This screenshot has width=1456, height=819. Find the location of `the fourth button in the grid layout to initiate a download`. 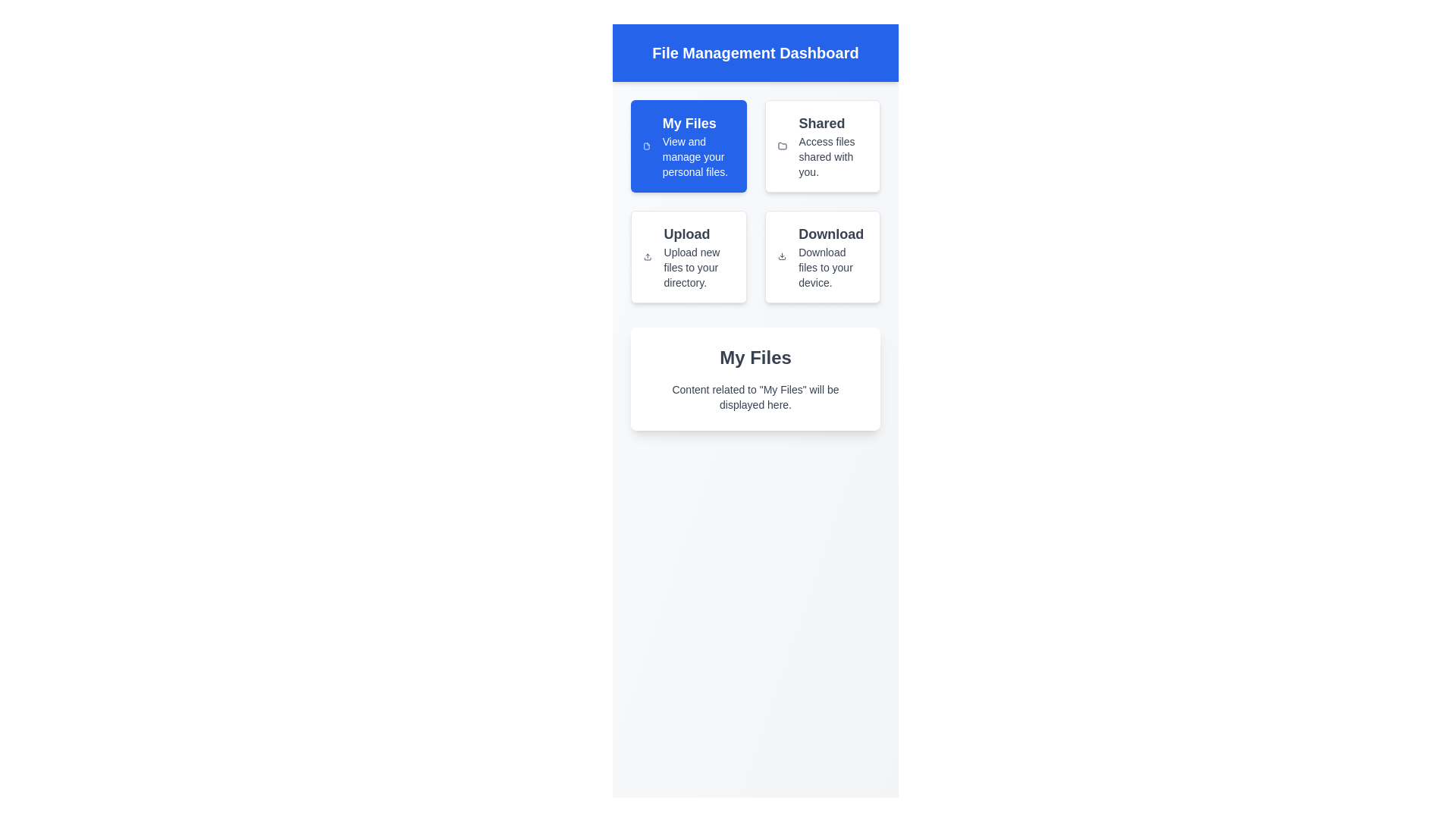

the fourth button in the grid layout to initiate a download is located at coordinates (821, 256).